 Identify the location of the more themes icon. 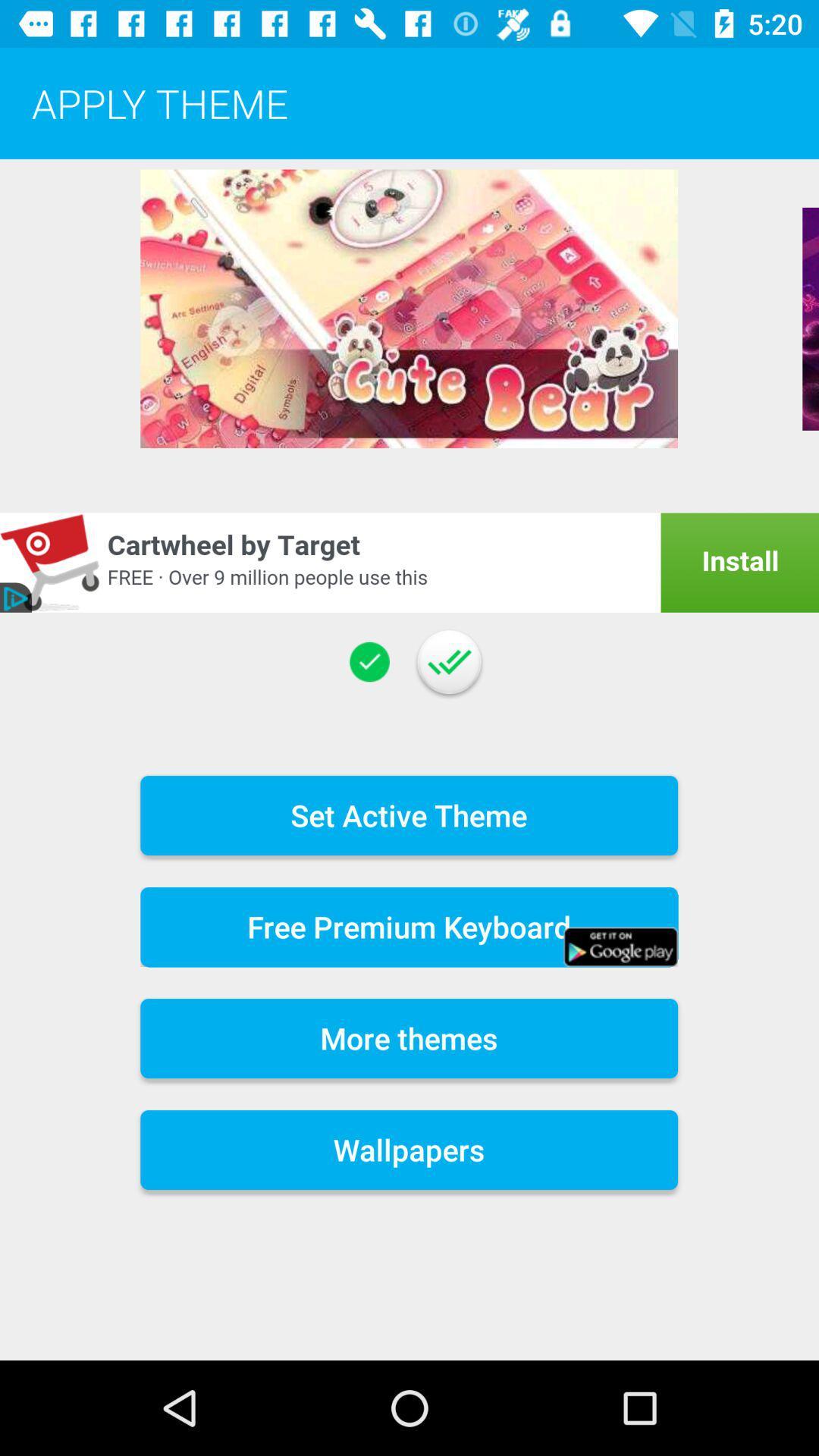
(408, 1037).